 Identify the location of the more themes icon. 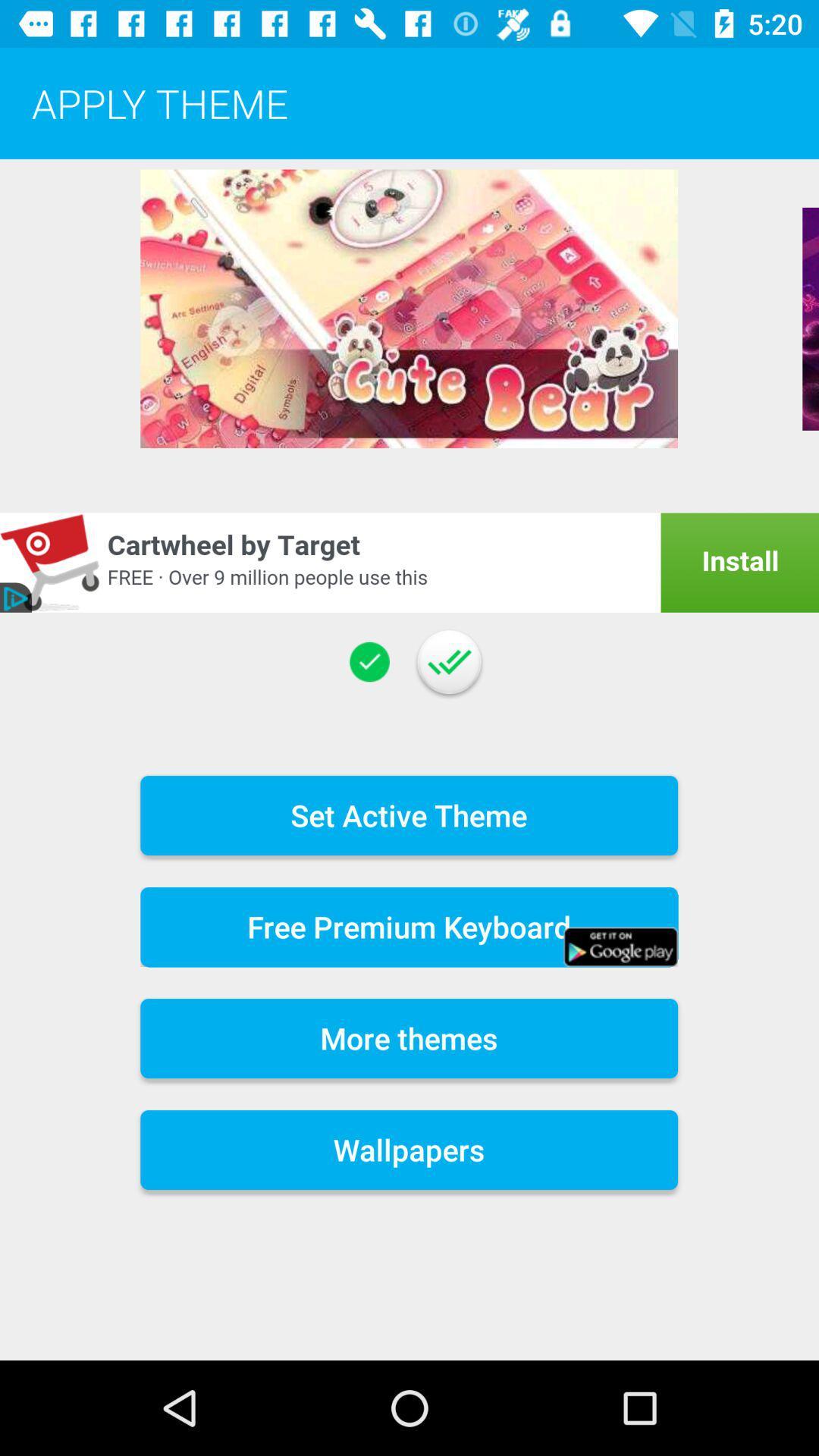
(408, 1037).